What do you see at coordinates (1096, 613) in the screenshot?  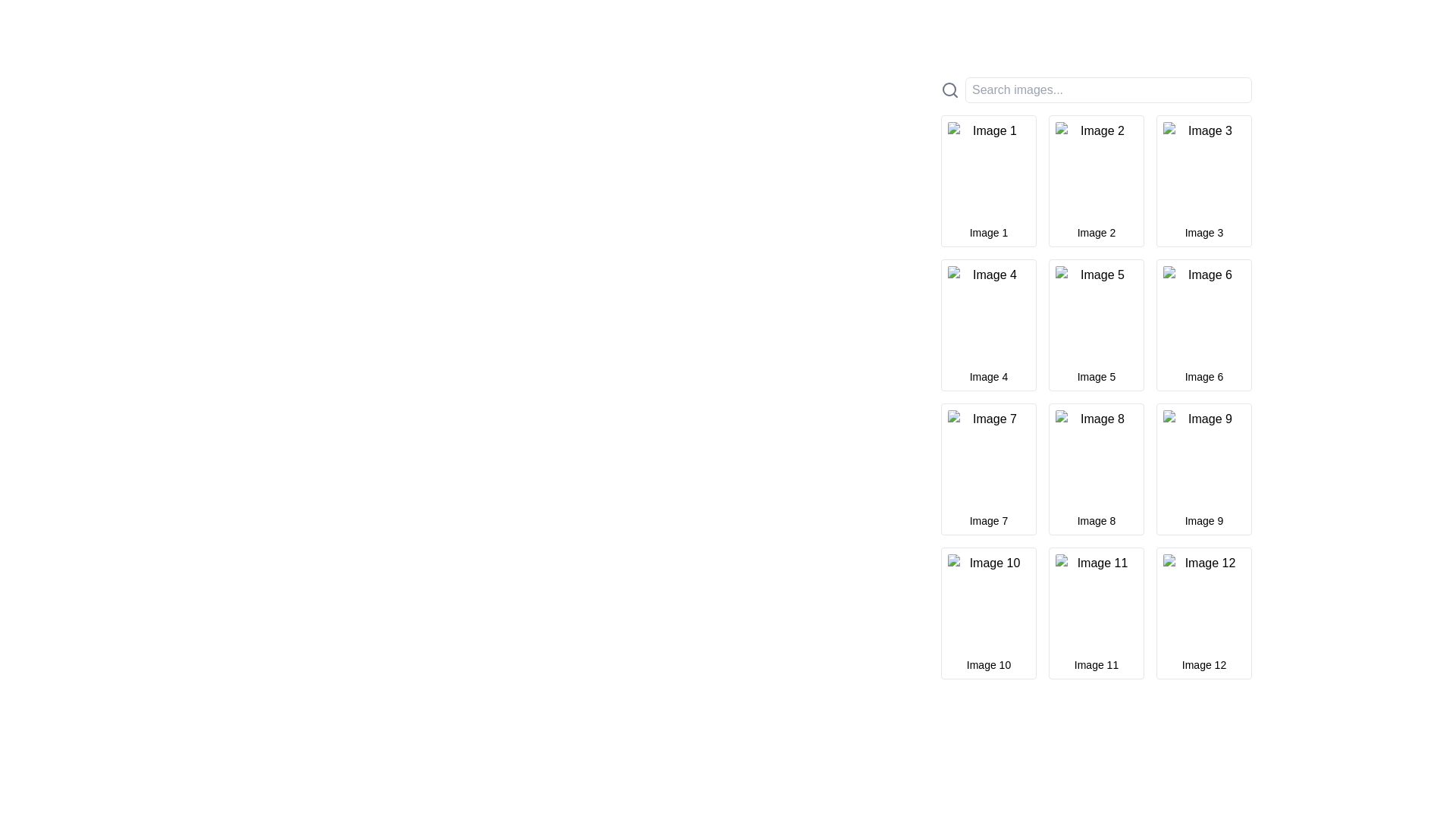 I see `the card displaying 'Image 11' located in the bottom row, second column of the grid layout for additional options or visual effects` at bounding box center [1096, 613].